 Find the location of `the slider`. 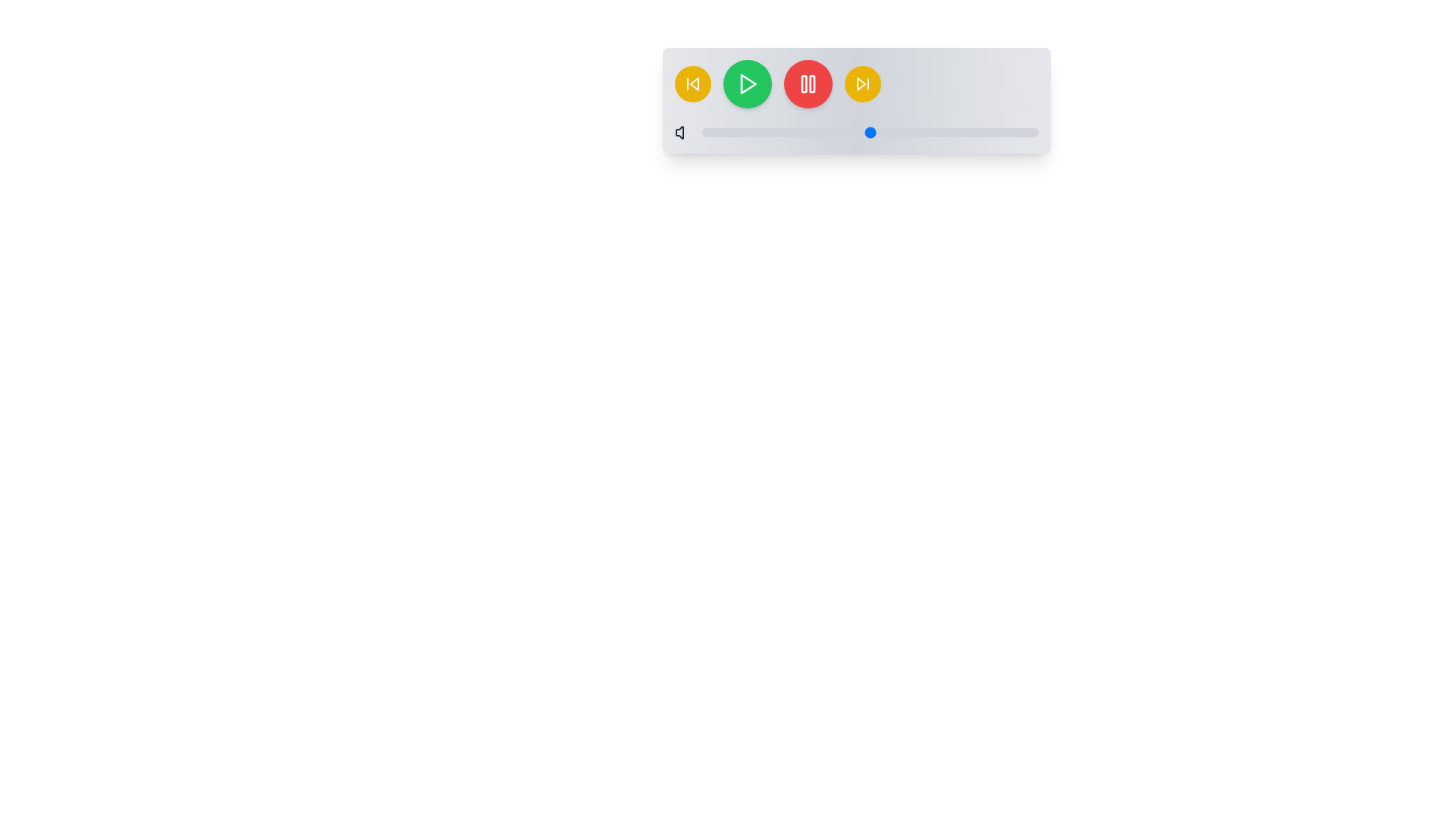

the slider is located at coordinates (1001, 131).